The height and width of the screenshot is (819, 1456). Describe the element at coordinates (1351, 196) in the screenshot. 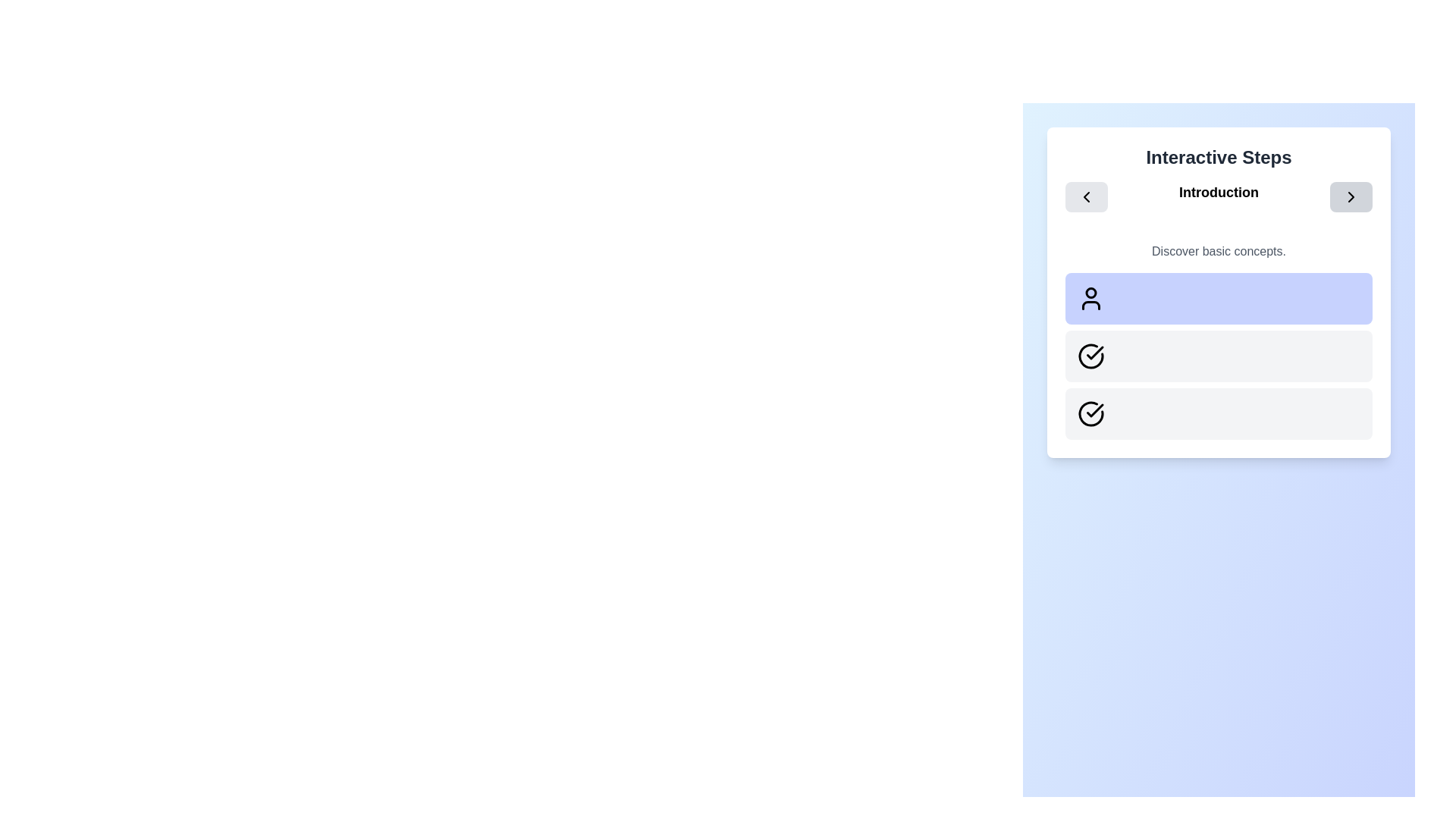

I see `the chevron right arrow SVG icon button located centrally within its rounded rectangular button` at that location.